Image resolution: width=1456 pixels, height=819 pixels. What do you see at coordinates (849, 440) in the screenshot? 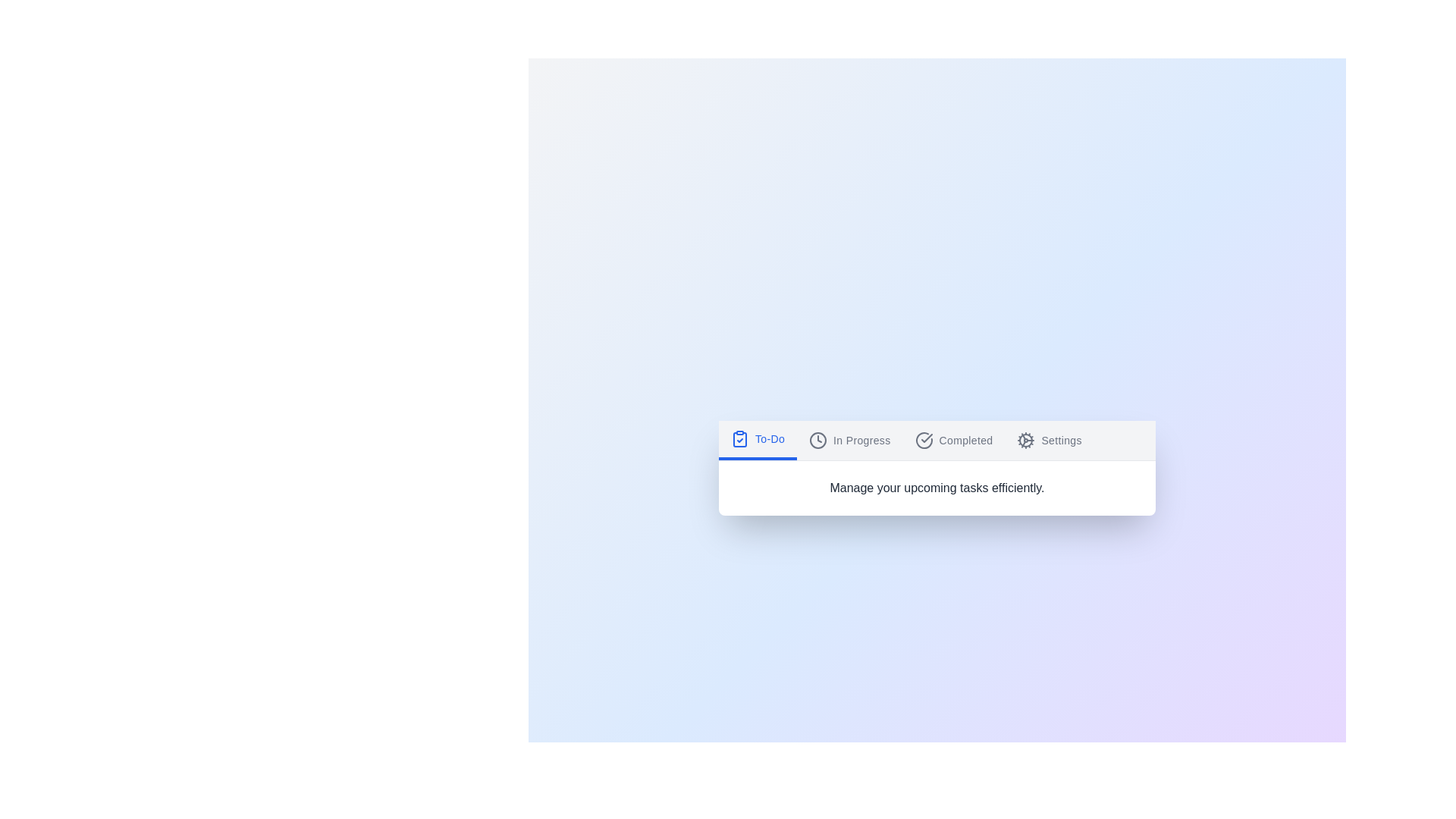
I see `the In Progress tab to switch to the corresponding section` at bounding box center [849, 440].